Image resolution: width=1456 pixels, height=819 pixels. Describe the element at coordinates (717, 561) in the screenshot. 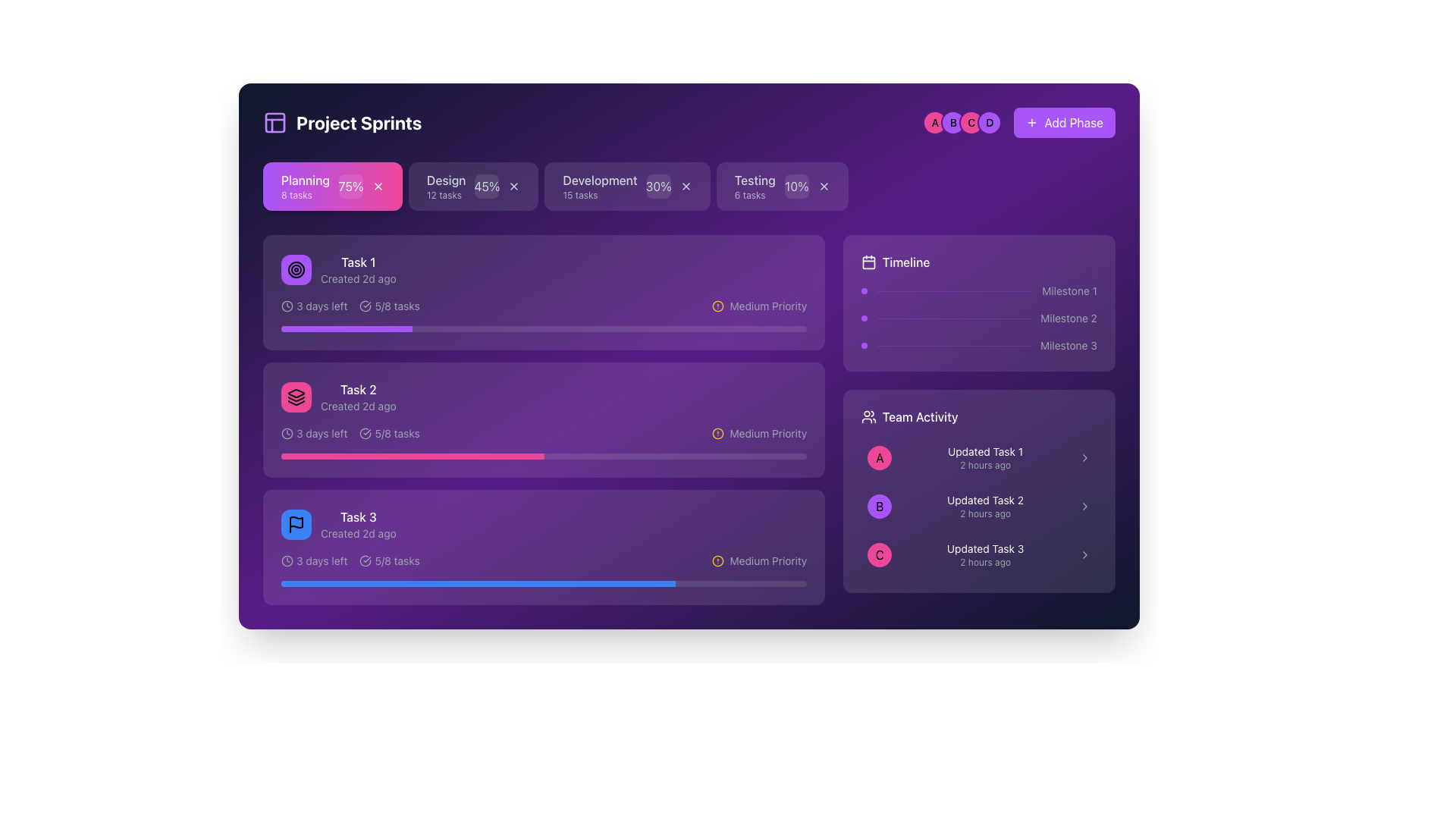

I see `the circular yellow-bordered icon with an exclamation mark inside, located to the left of the 'Medium Priority' text in the third task panel from the top` at that location.